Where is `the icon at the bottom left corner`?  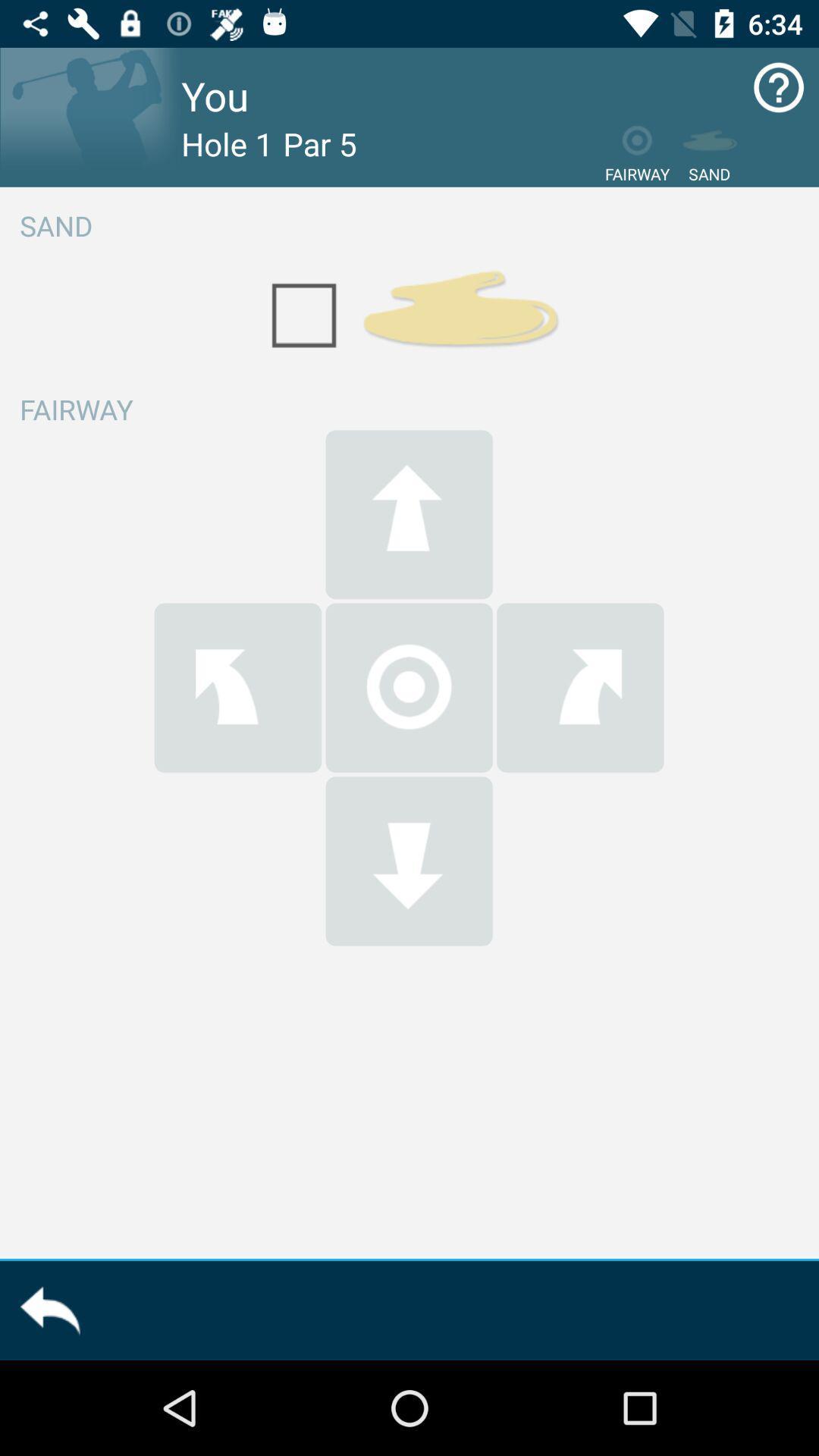 the icon at the bottom left corner is located at coordinates (49, 1310).